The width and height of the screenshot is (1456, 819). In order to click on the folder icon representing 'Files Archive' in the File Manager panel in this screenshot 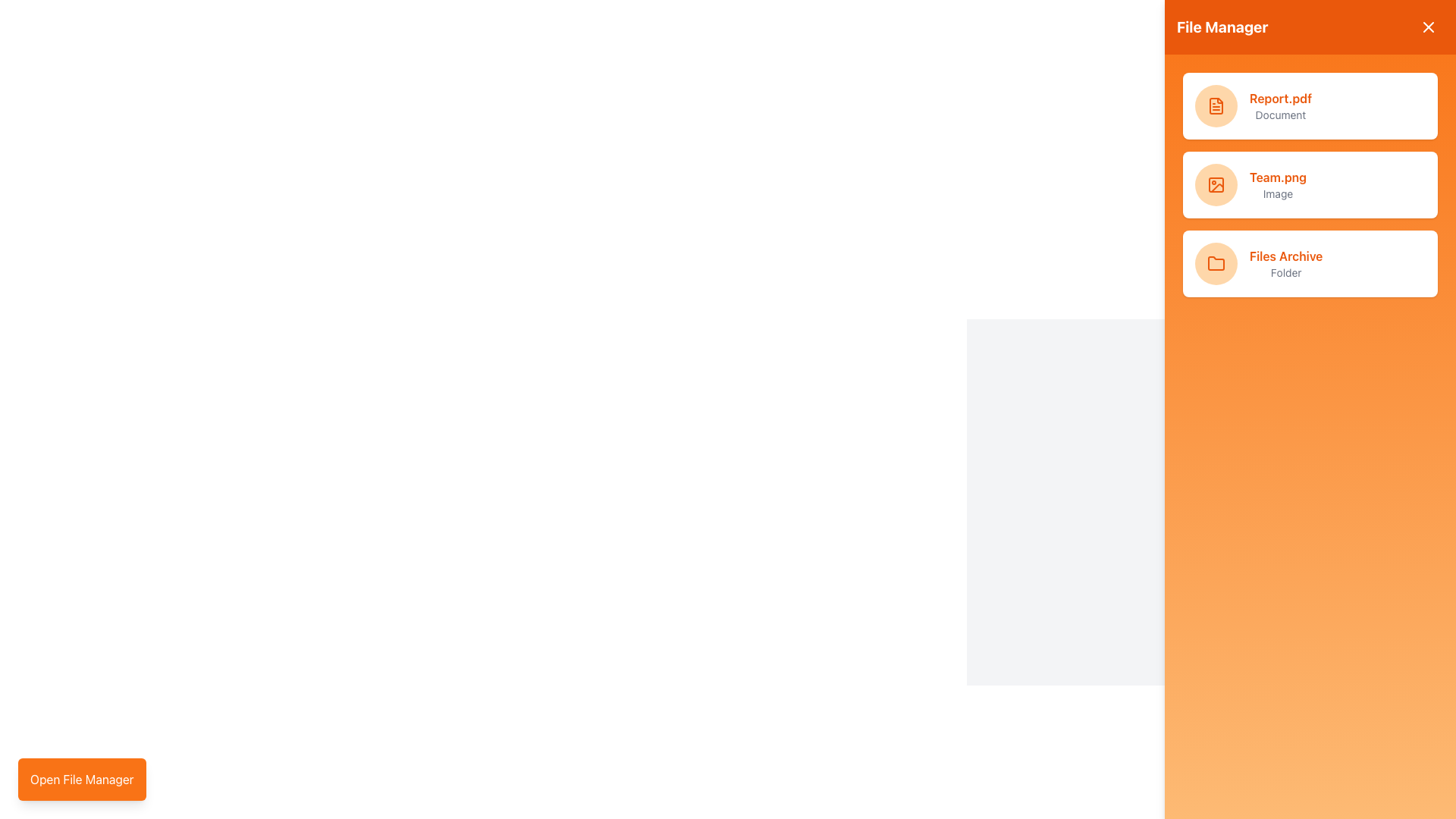, I will do `click(1216, 262)`.